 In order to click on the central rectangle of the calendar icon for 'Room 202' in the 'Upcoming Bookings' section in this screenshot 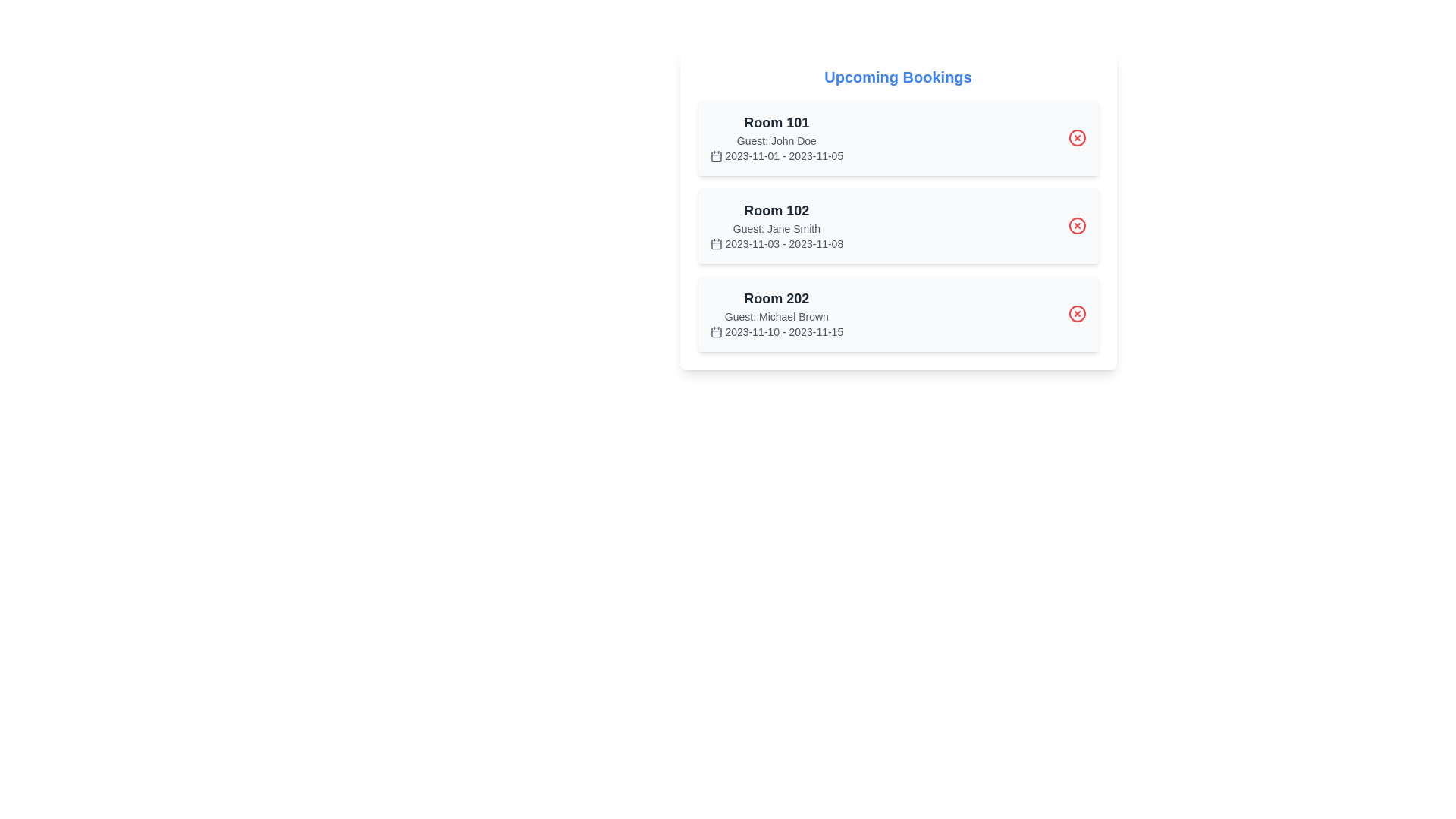, I will do `click(715, 331)`.